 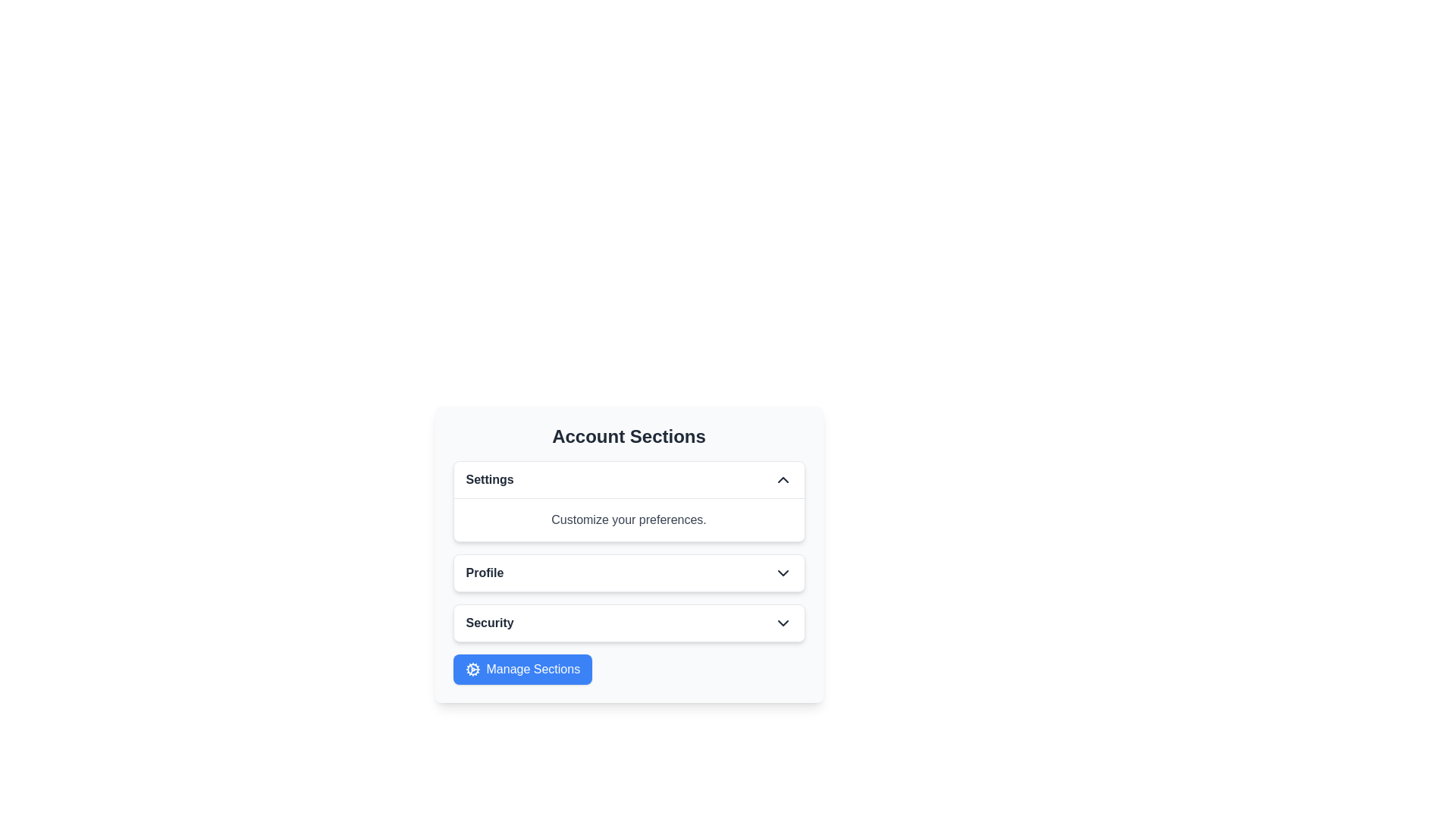 I want to click on the gear-shaped icon that is adjacent to the 'Manage Sections' button, which is located at the bottom of the 'Account Sections' panel, so click(x=472, y=669).